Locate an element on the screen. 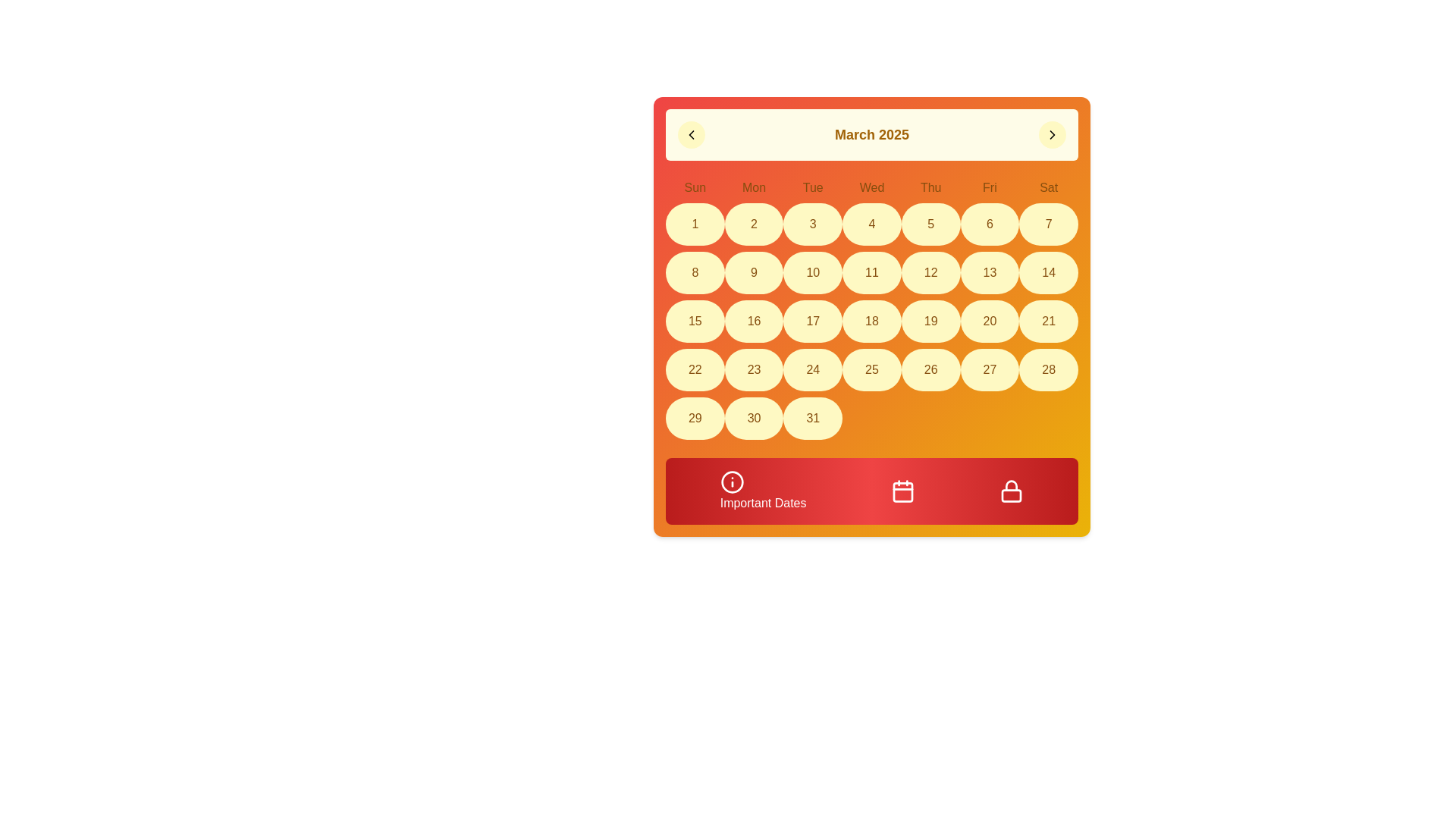 The width and height of the screenshot is (1456, 819). the button representing the 30th day of March 2025 in the calendar grid is located at coordinates (754, 418).